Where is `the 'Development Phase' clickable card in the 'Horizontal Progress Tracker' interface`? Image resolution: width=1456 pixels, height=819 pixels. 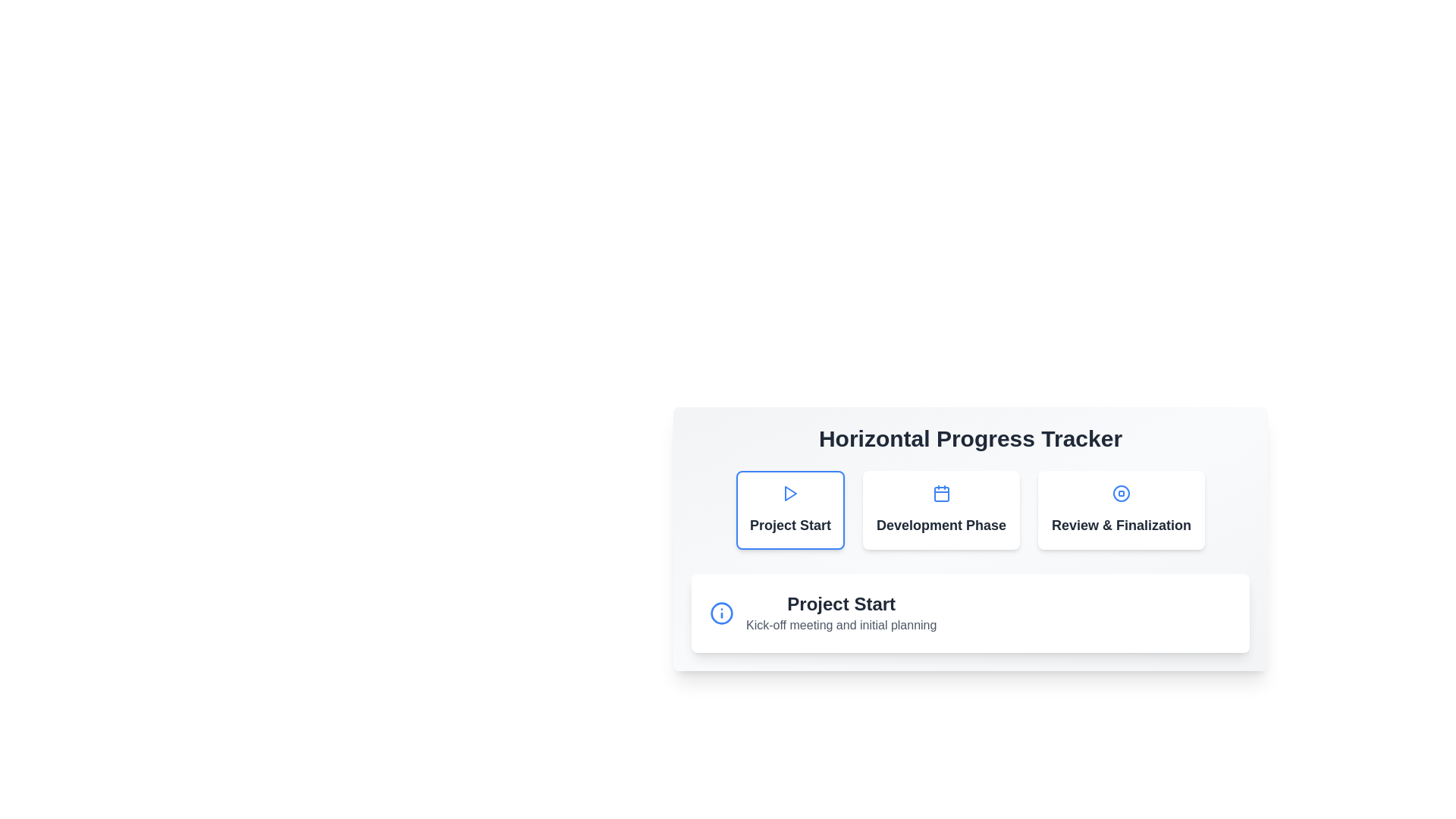
the 'Development Phase' clickable card in the 'Horizontal Progress Tracker' interface is located at coordinates (971, 510).